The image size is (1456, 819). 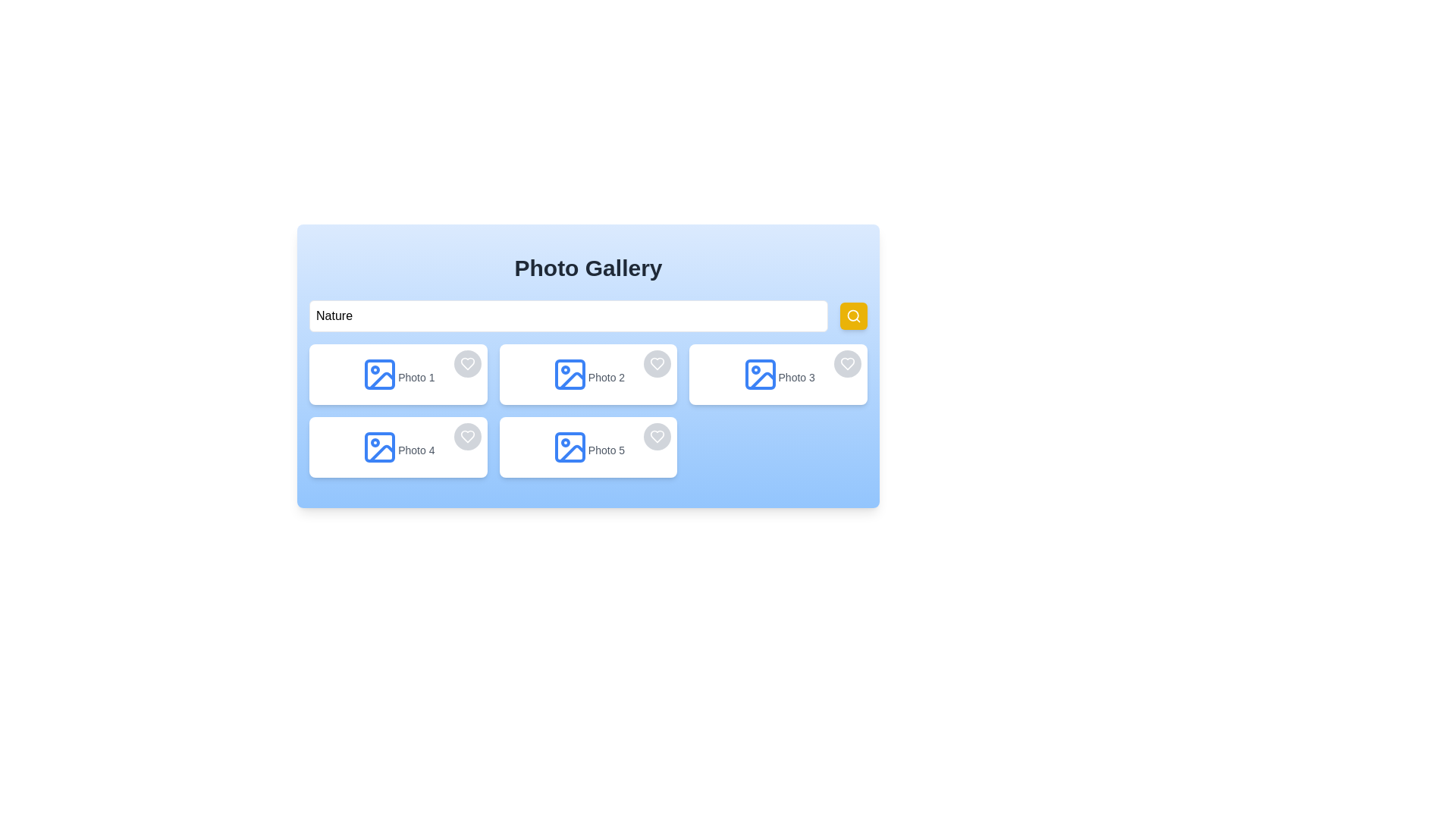 I want to click on the heart-shaped SVG icon located in the top-right corner of the card for 'Photo 3' in the photo gallery grid layout, so click(x=847, y=363).